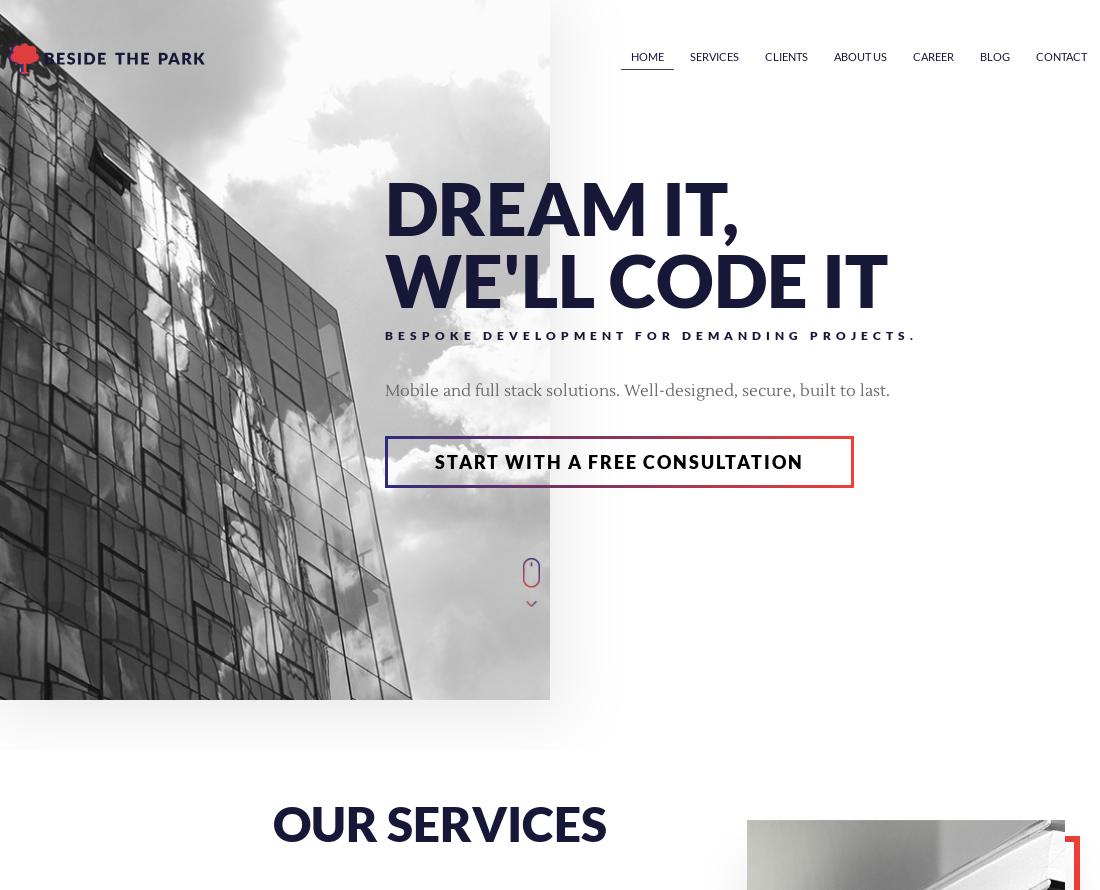 This screenshot has height=890, width=1100. I want to click on 'Dream it,', so click(560, 207).